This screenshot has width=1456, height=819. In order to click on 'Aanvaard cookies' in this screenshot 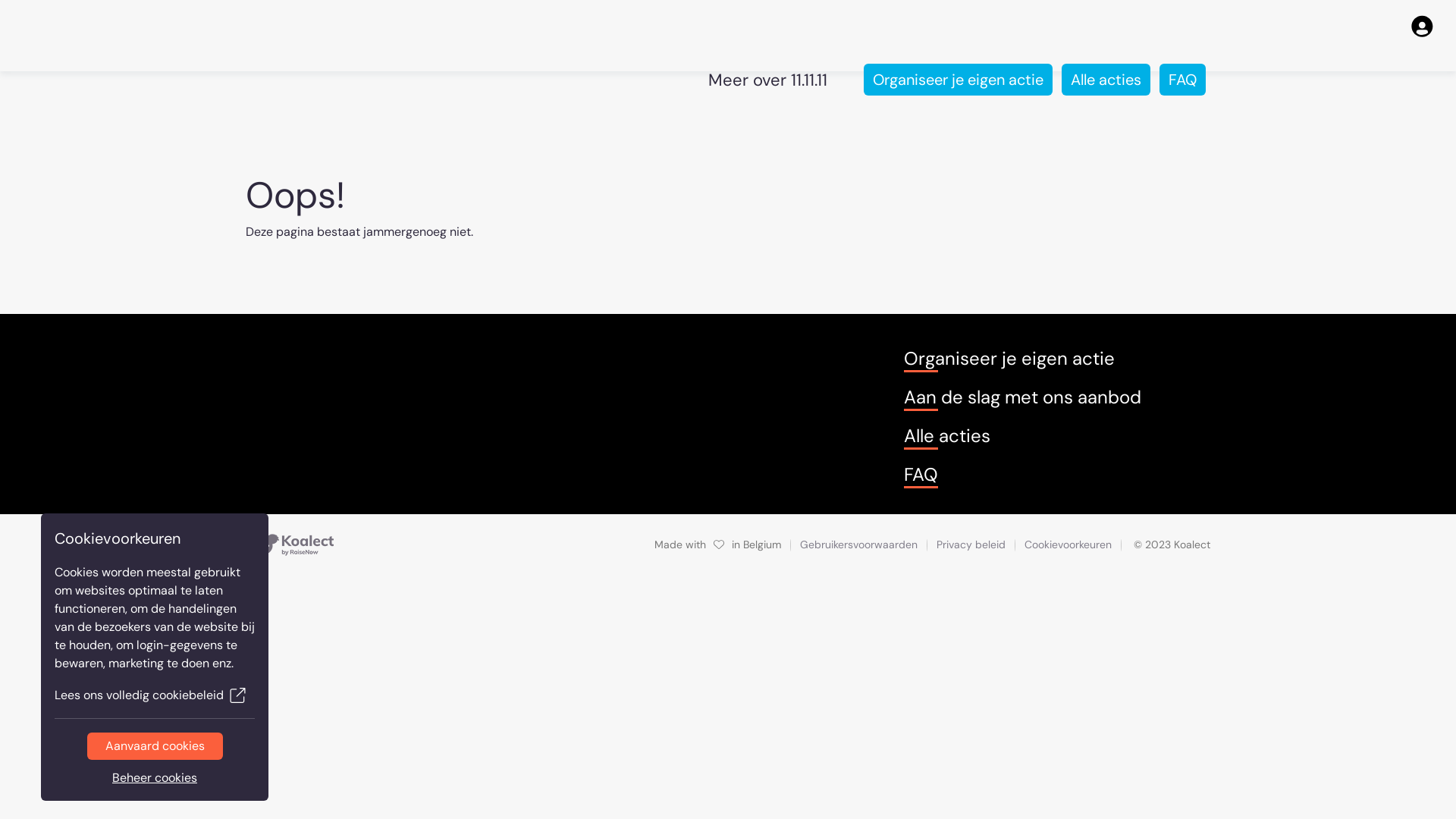, I will do `click(154, 745)`.